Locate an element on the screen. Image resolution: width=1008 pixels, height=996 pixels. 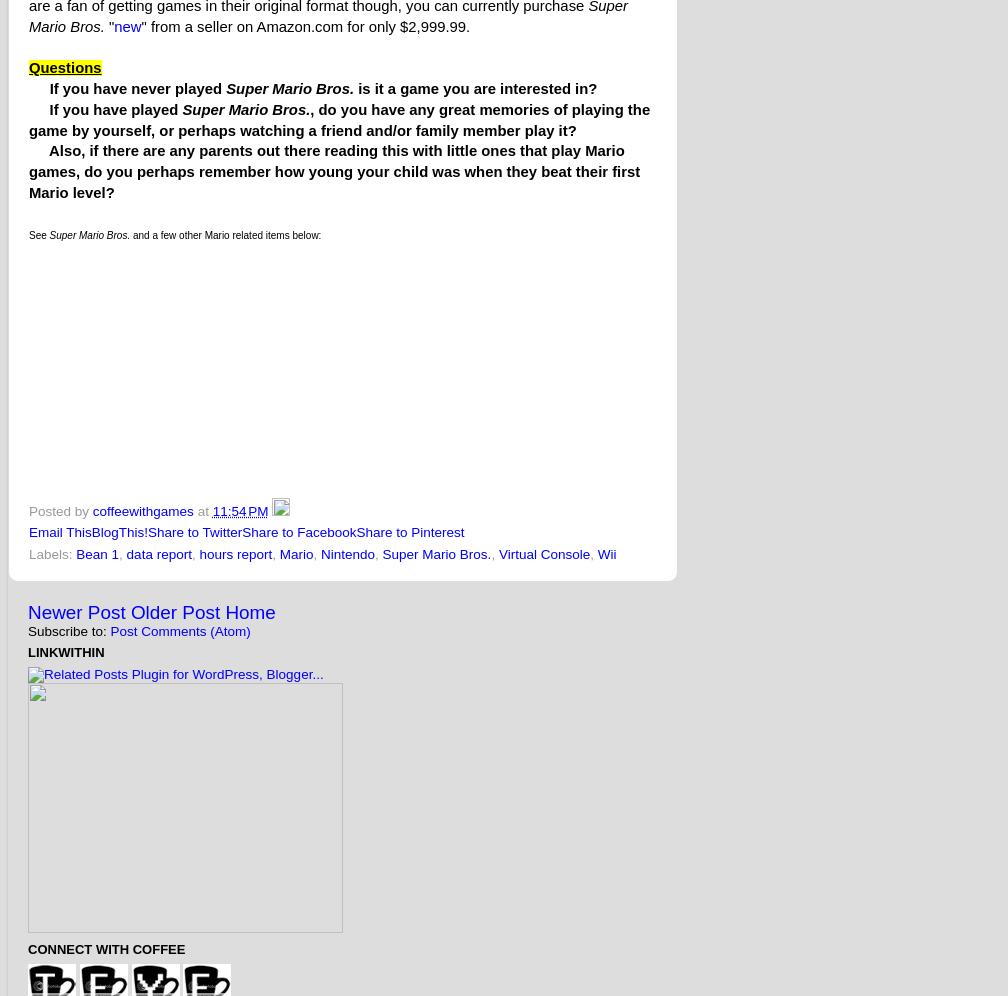
', do you have any great memories of playing the game by yourself, or perhaps watching a friend and/or family member play it?' is located at coordinates (339, 119).